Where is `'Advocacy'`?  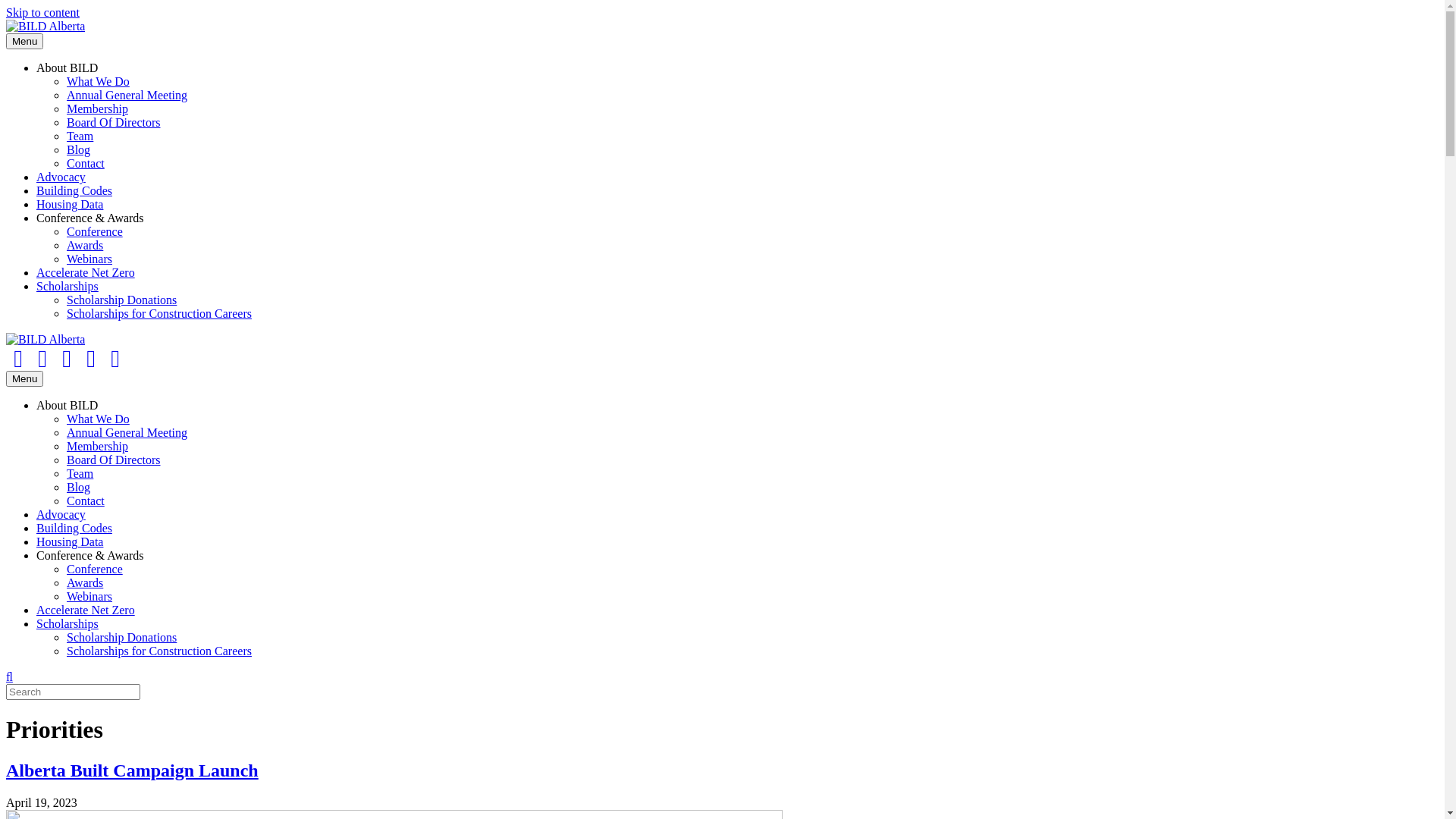 'Advocacy' is located at coordinates (61, 176).